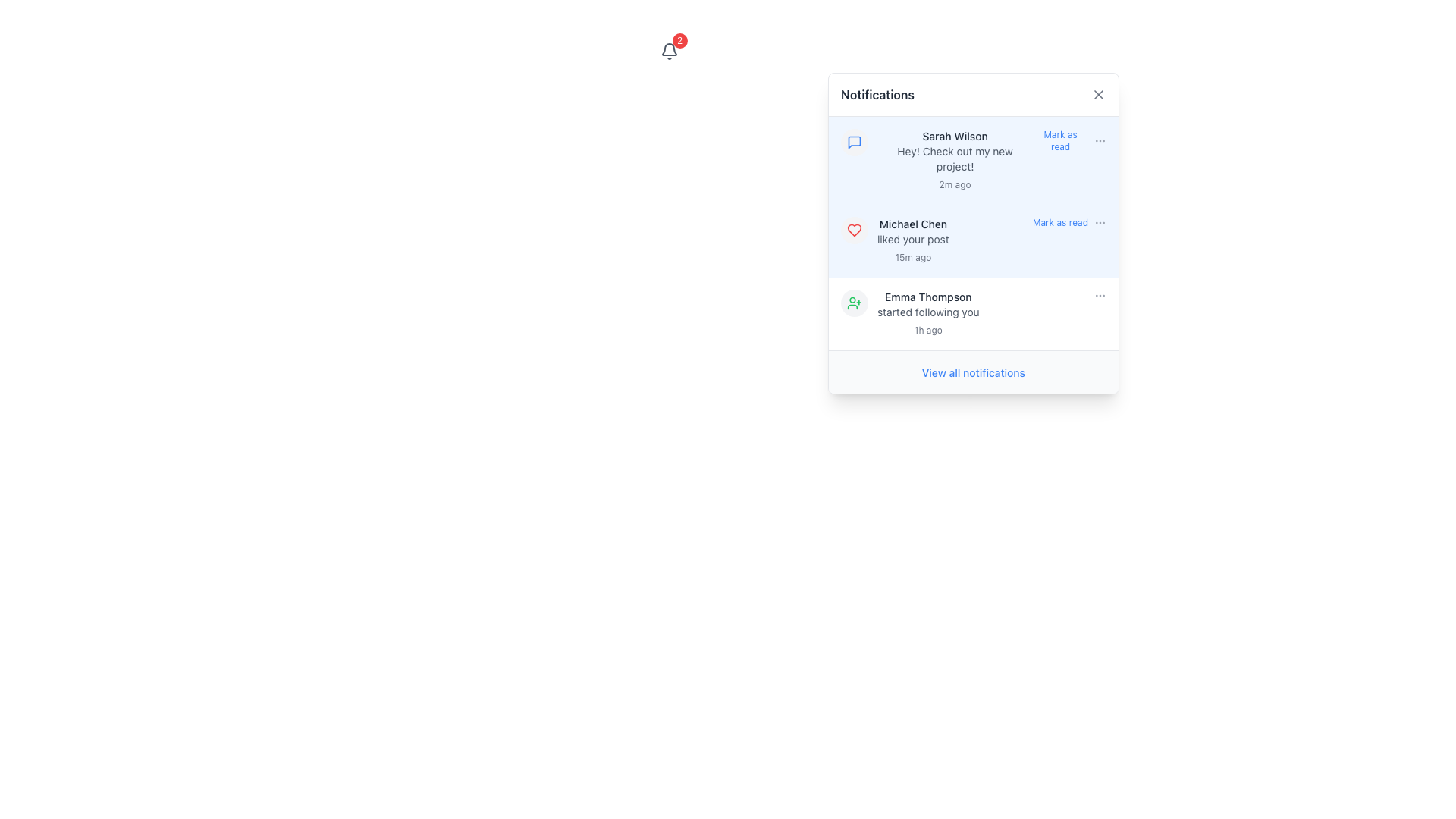 The image size is (1456, 819). What do you see at coordinates (992, 240) in the screenshot?
I see `the 'Mark as read' link in the second notification from 'Michael Chen' in the notification panel to update its status` at bounding box center [992, 240].